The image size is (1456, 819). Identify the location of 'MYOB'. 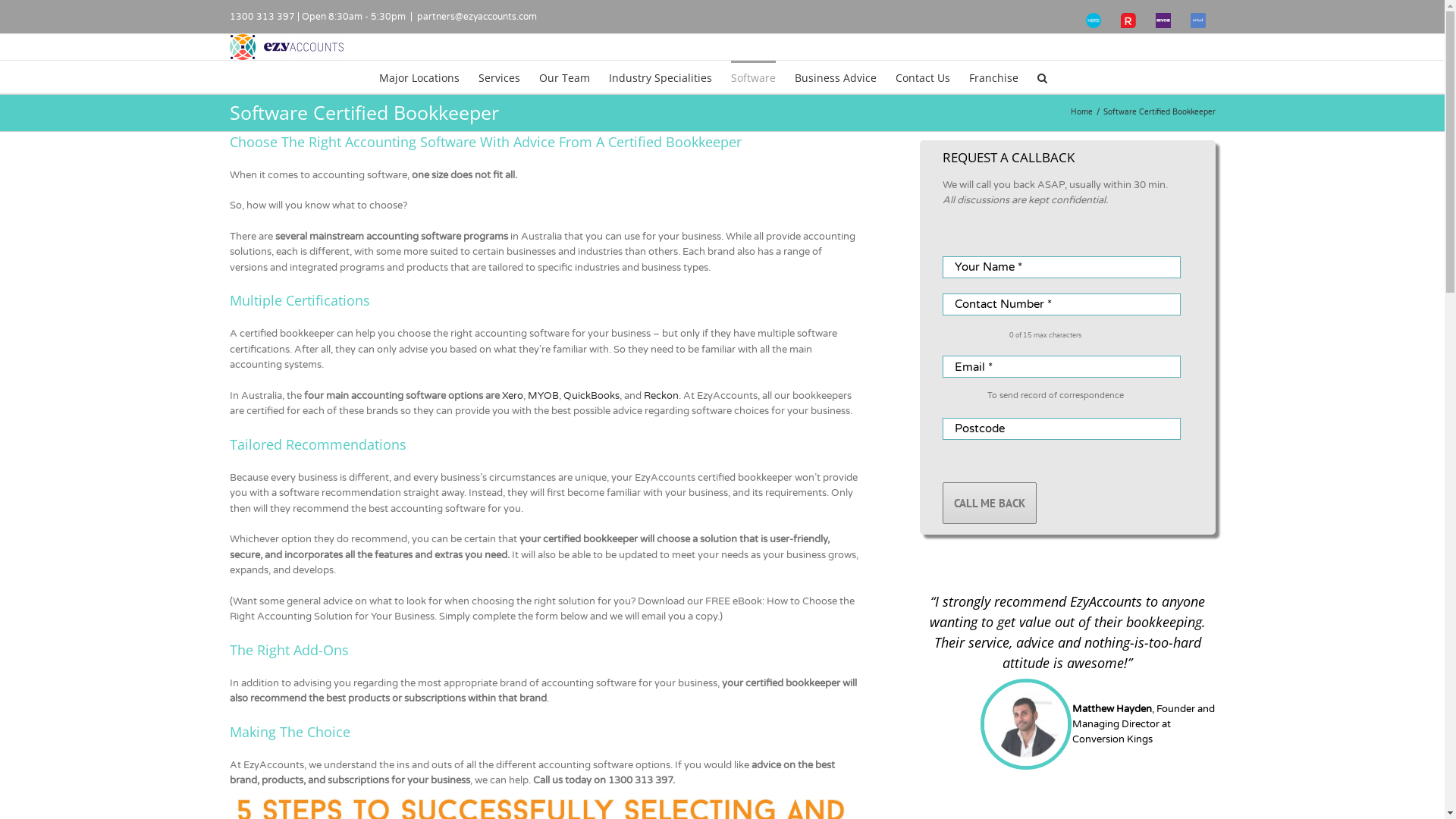
(543, 394).